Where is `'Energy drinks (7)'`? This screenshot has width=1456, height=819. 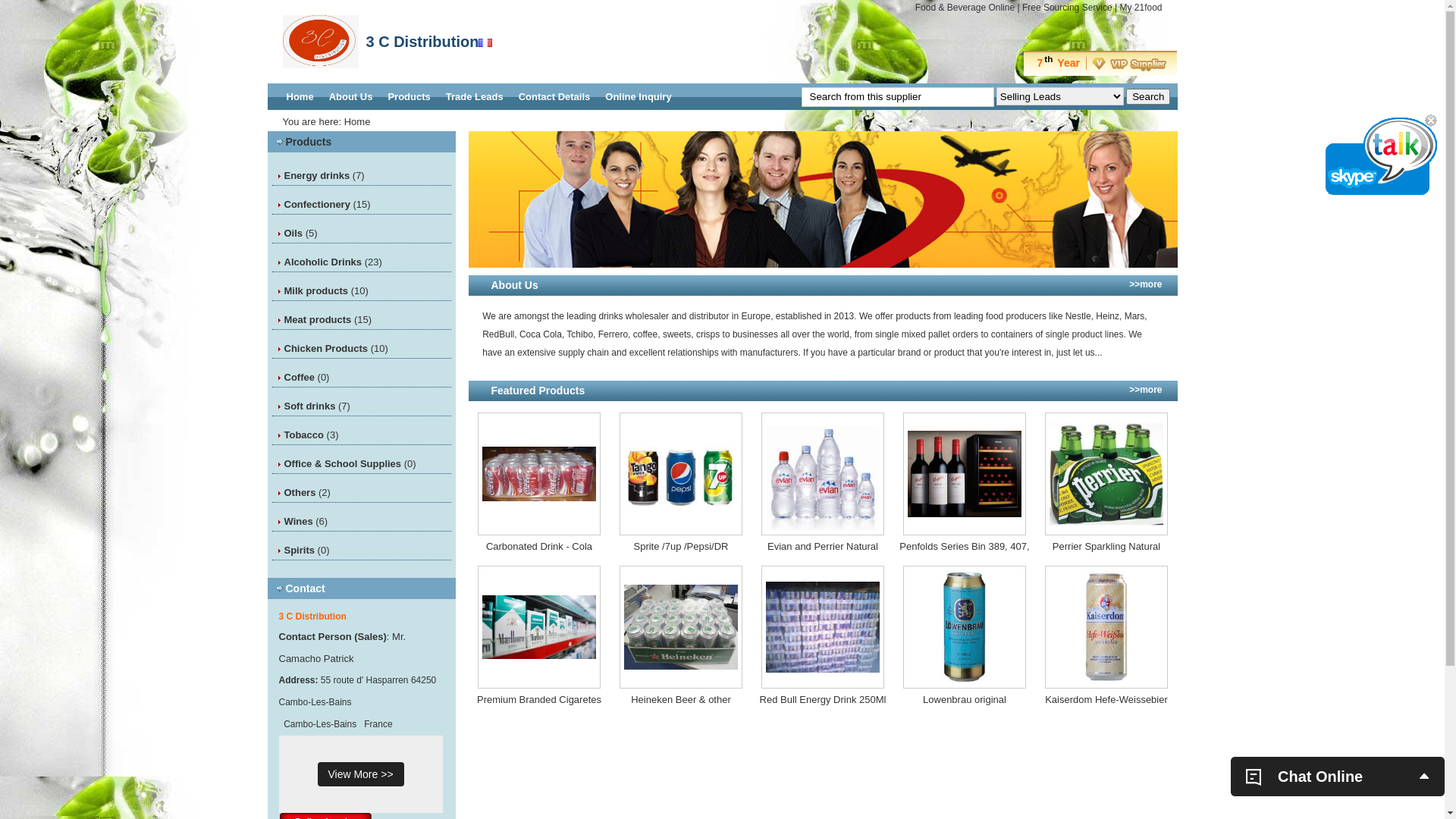
'Energy drinks (7)' is located at coordinates (323, 174).